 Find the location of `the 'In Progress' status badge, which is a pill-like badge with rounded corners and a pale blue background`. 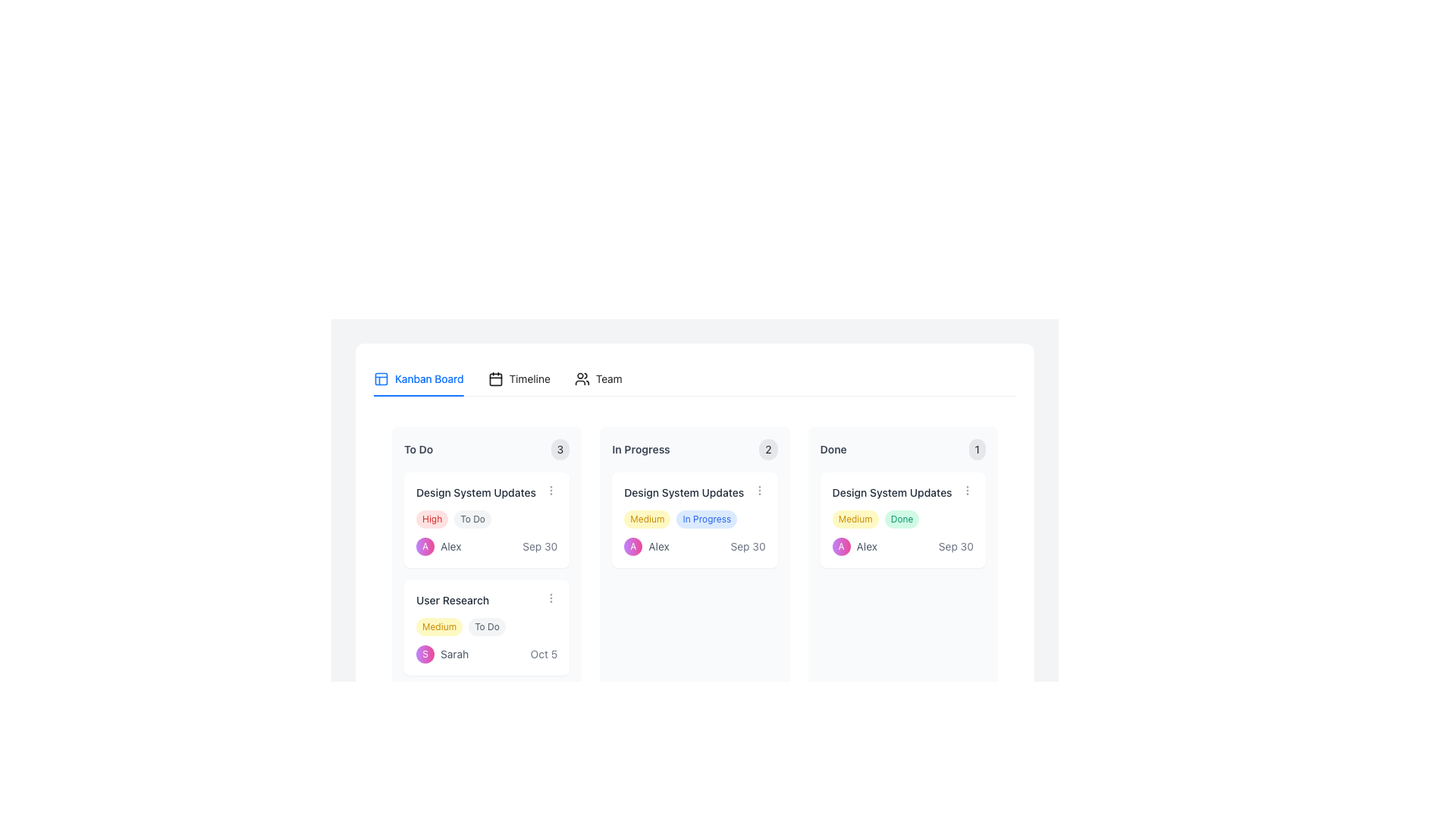

the 'In Progress' status badge, which is a pill-like badge with rounded corners and a pale blue background is located at coordinates (706, 519).